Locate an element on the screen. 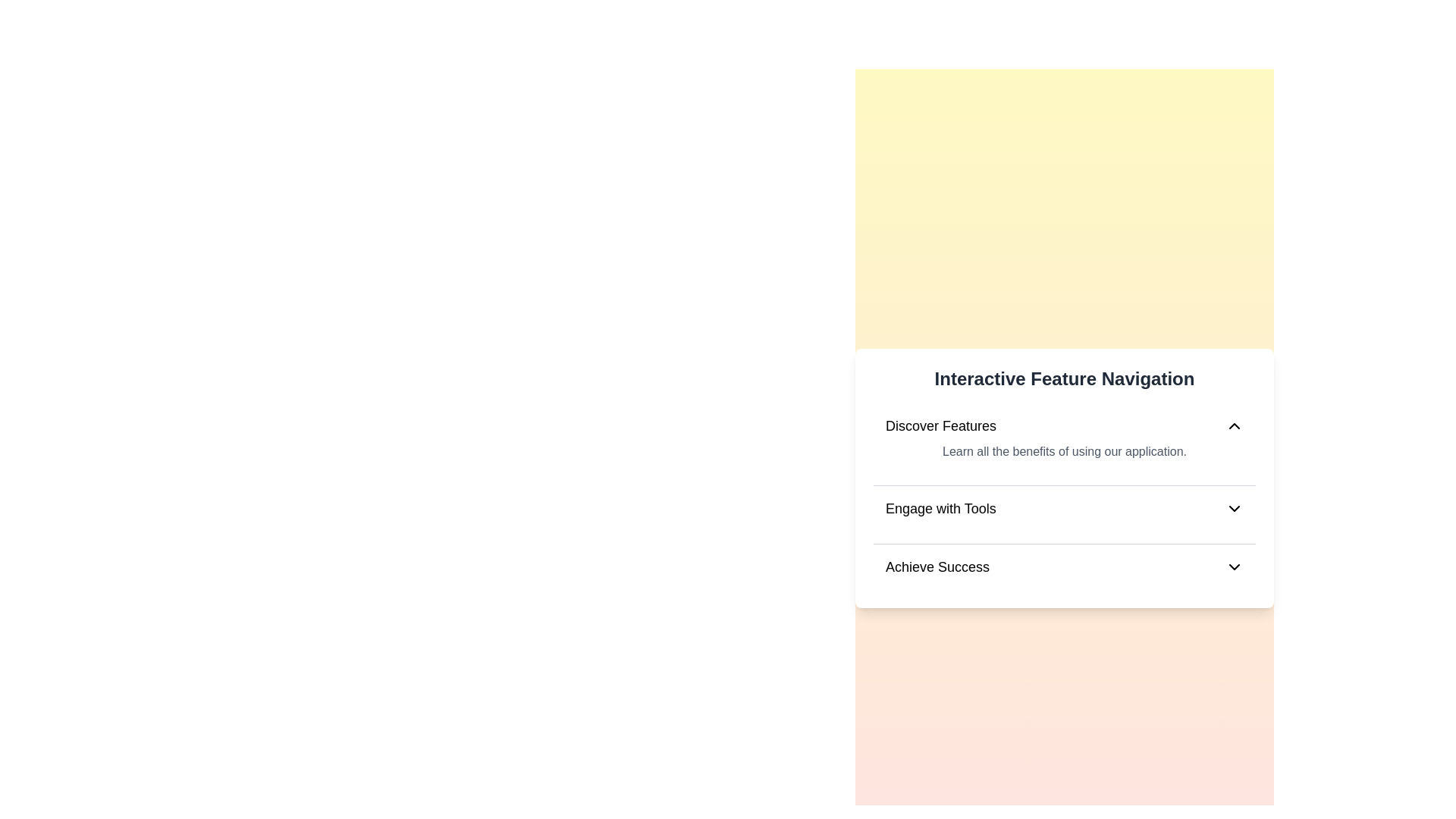 This screenshot has height=819, width=1456. the element corresponding to Achieve Success is located at coordinates (1063, 567).